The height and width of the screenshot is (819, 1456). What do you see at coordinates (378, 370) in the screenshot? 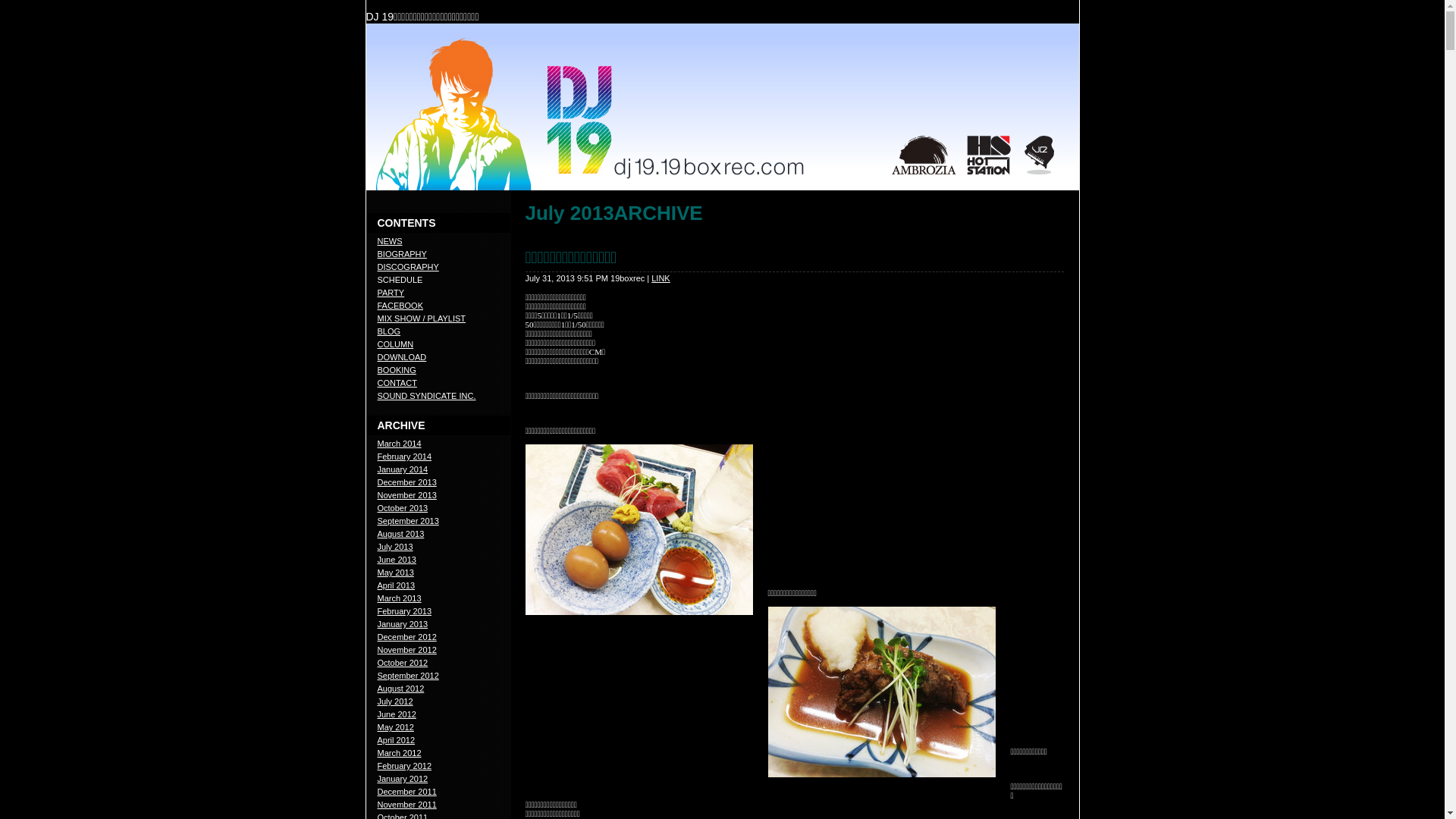
I see `'BOOKING'` at bounding box center [378, 370].